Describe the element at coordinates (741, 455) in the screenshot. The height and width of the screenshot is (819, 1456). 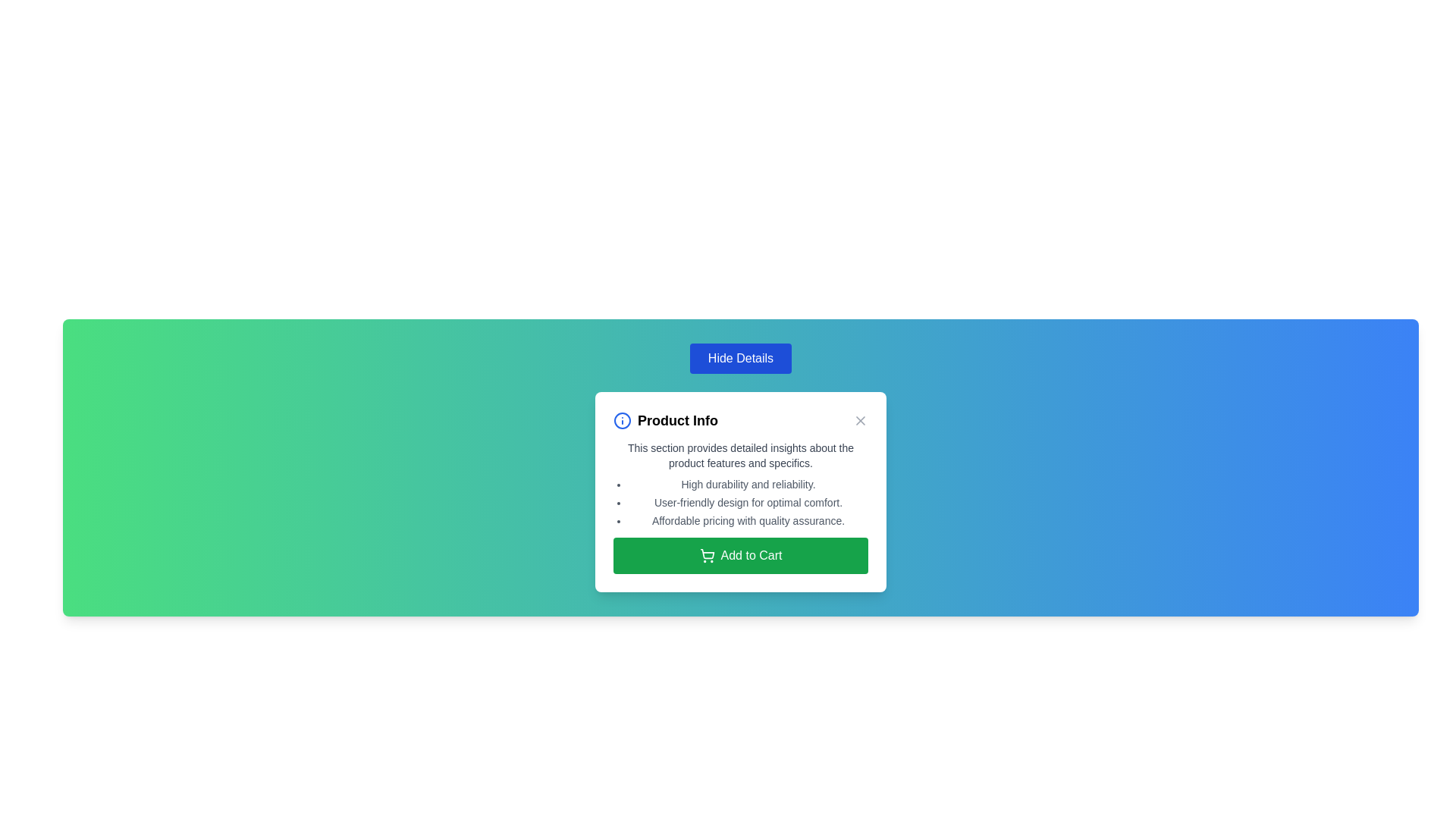
I see `the text display element styled with a small font size and gray color that provides a descriptive summary about product features, located below the heading 'Product Info'` at that location.